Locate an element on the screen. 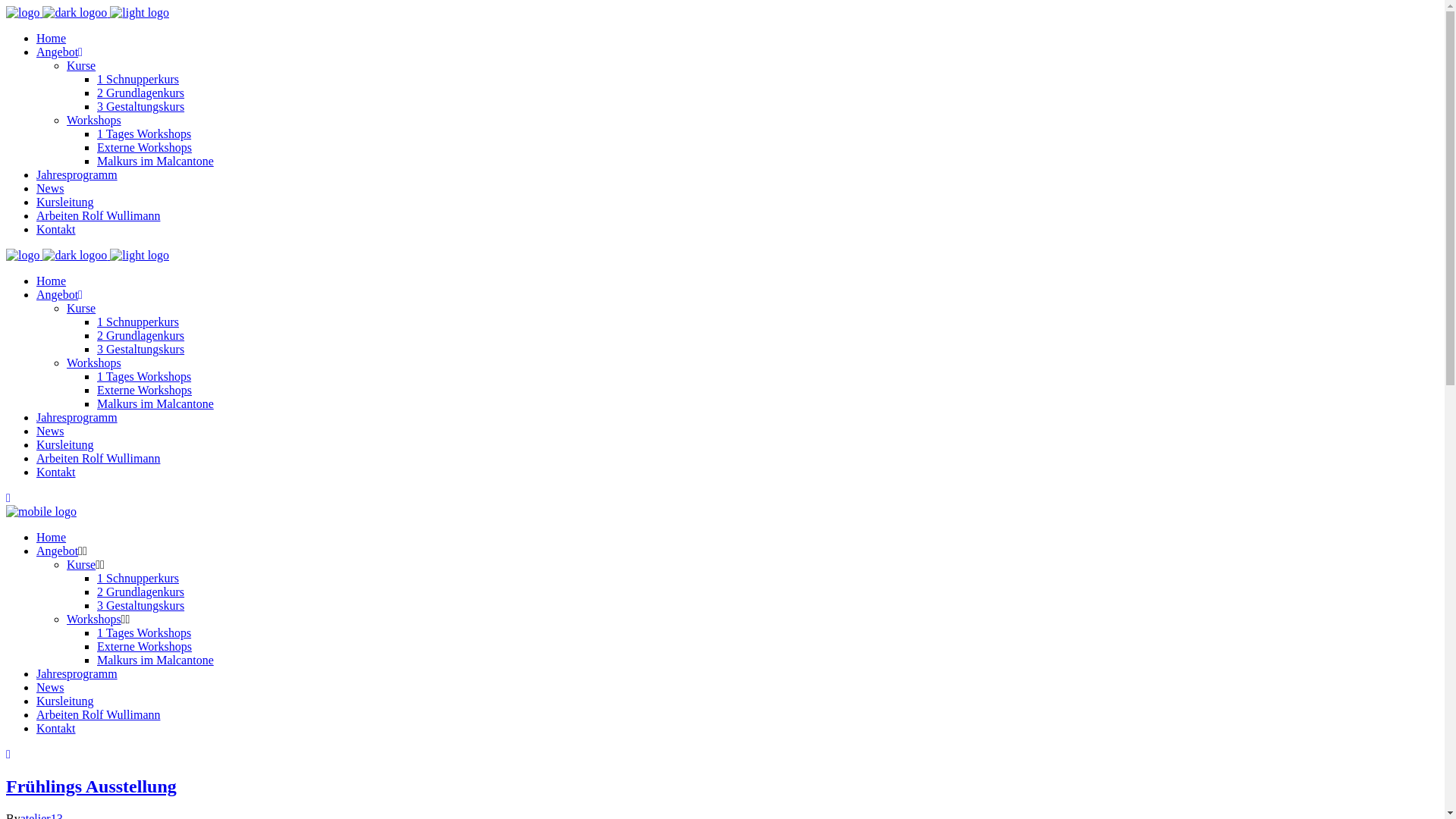  '1 Schnupperkurs' is located at coordinates (138, 321).